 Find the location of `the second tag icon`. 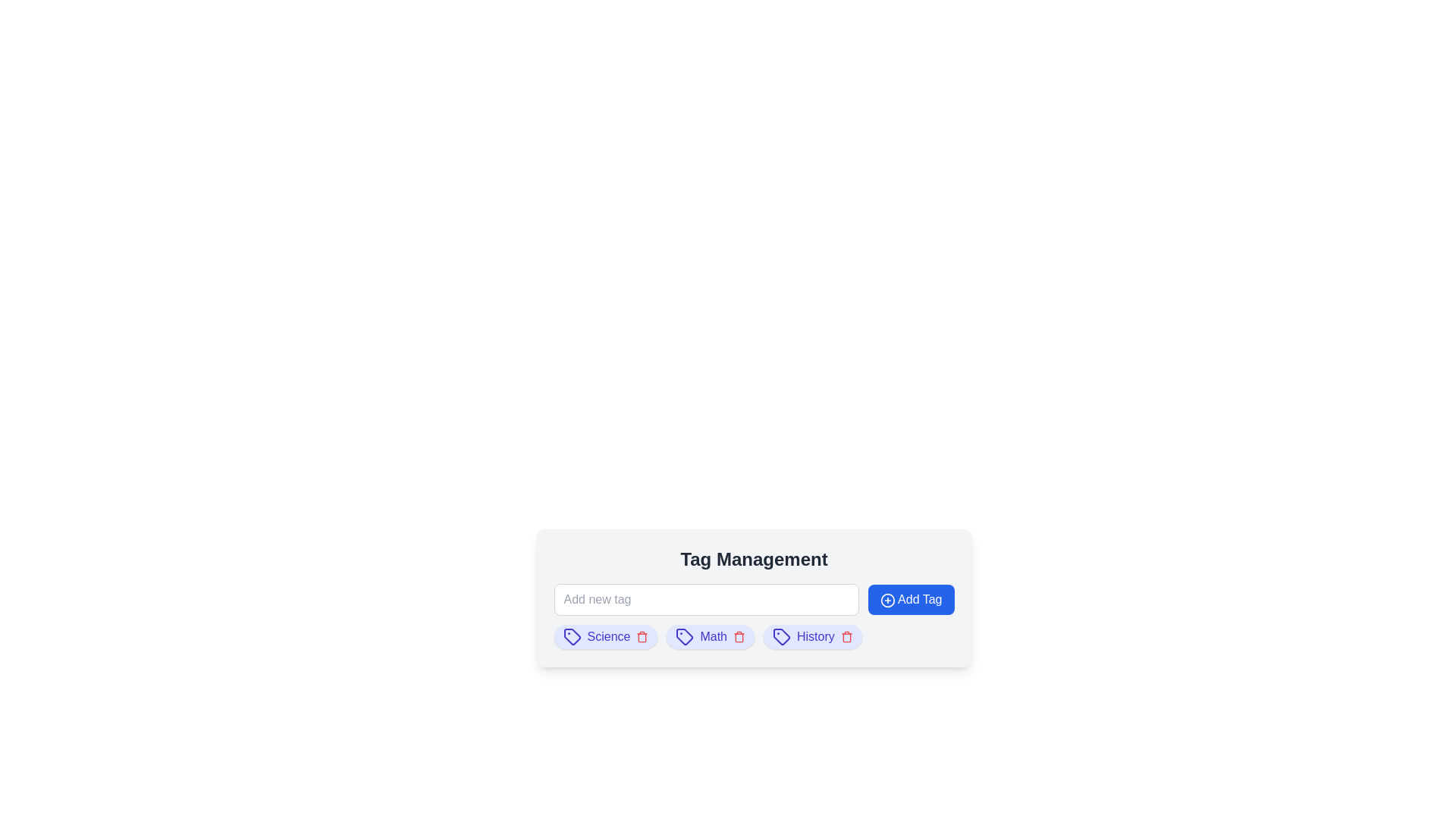

the second tag icon is located at coordinates (683, 636).